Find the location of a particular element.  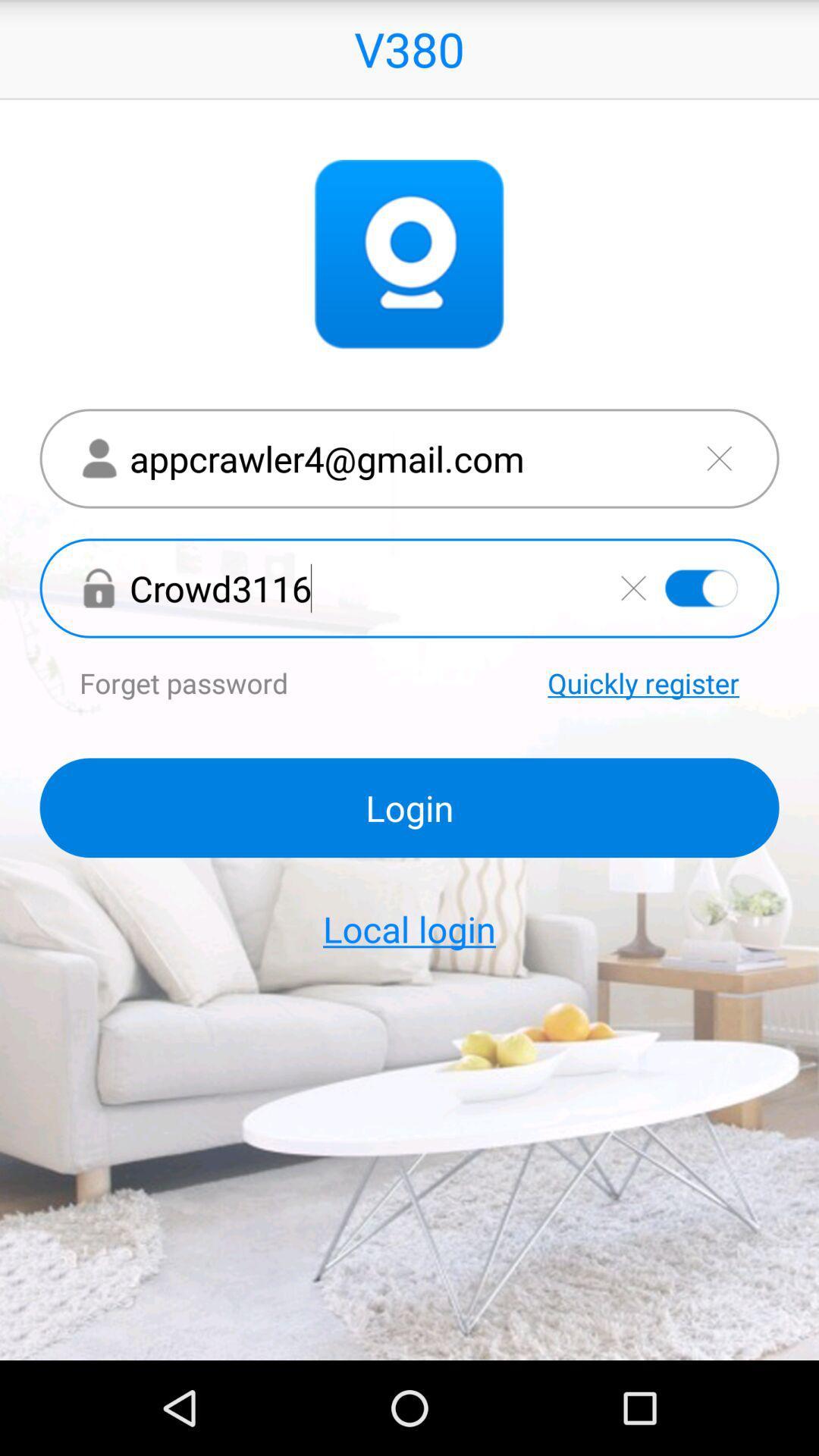

remove entry is located at coordinates (718, 457).